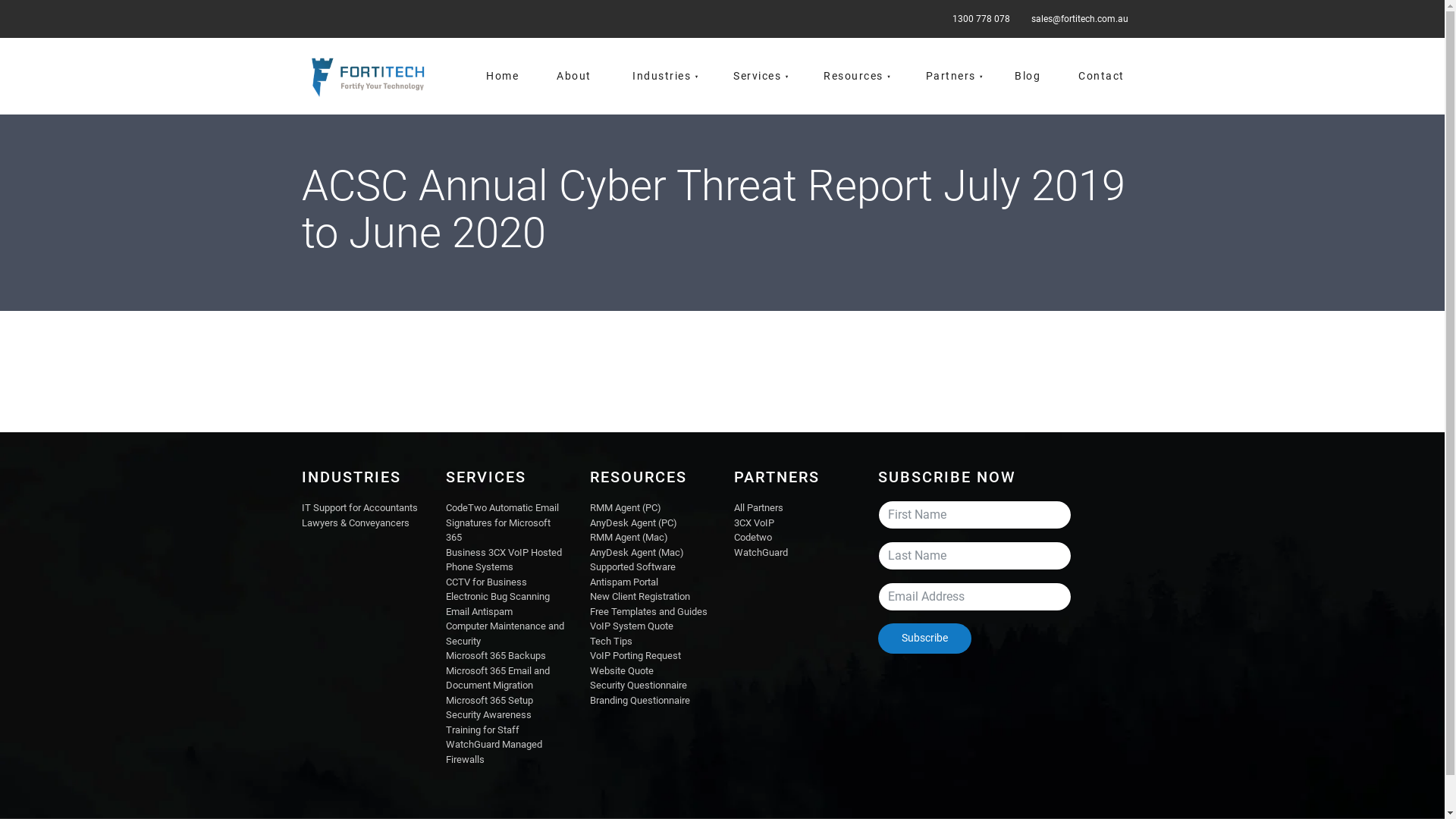 The image size is (1456, 819). What do you see at coordinates (924, 638) in the screenshot?
I see `'Subscribe'` at bounding box center [924, 638].